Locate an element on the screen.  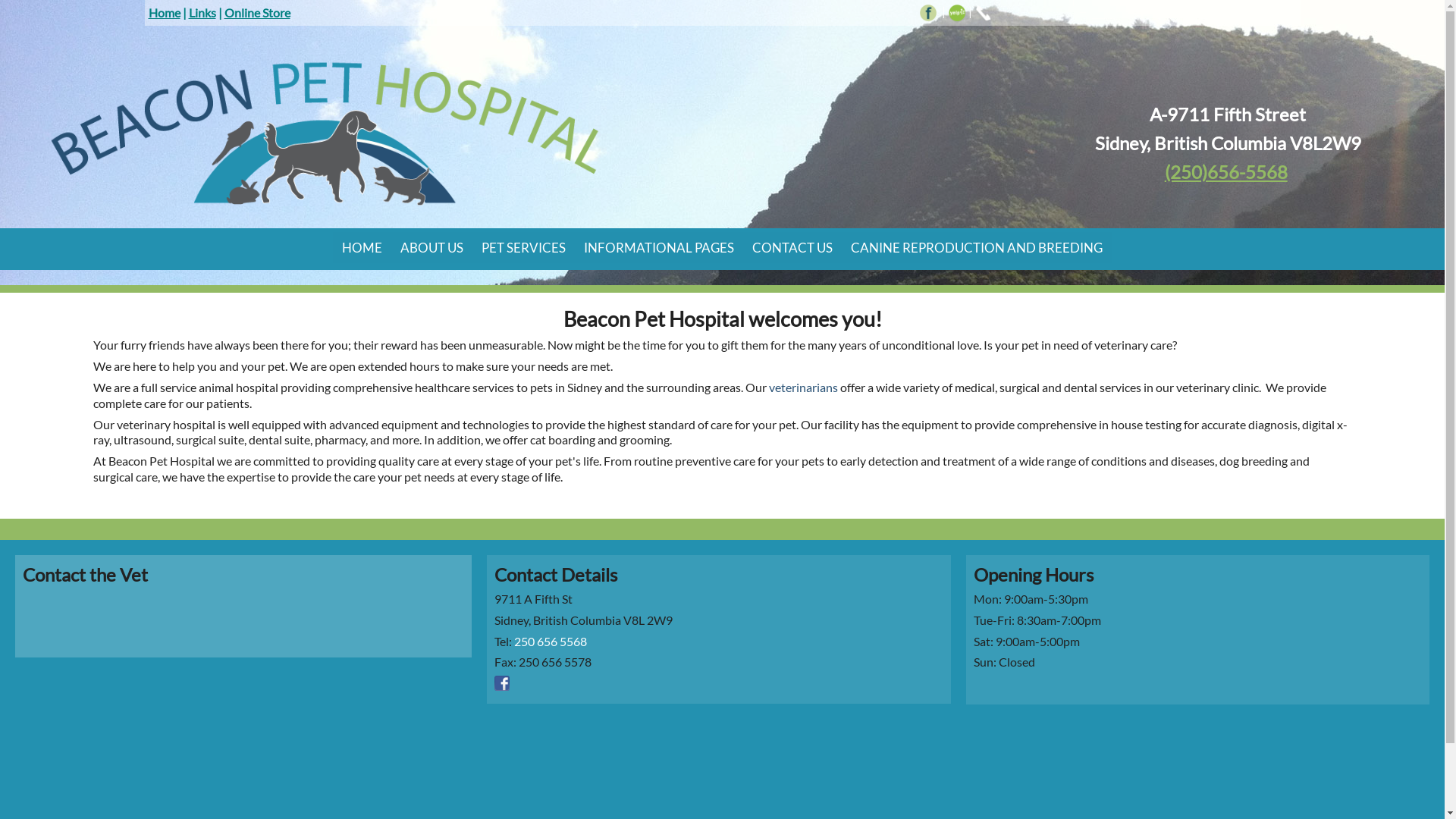
'yelp icon' is located at coordinates (946, 12).